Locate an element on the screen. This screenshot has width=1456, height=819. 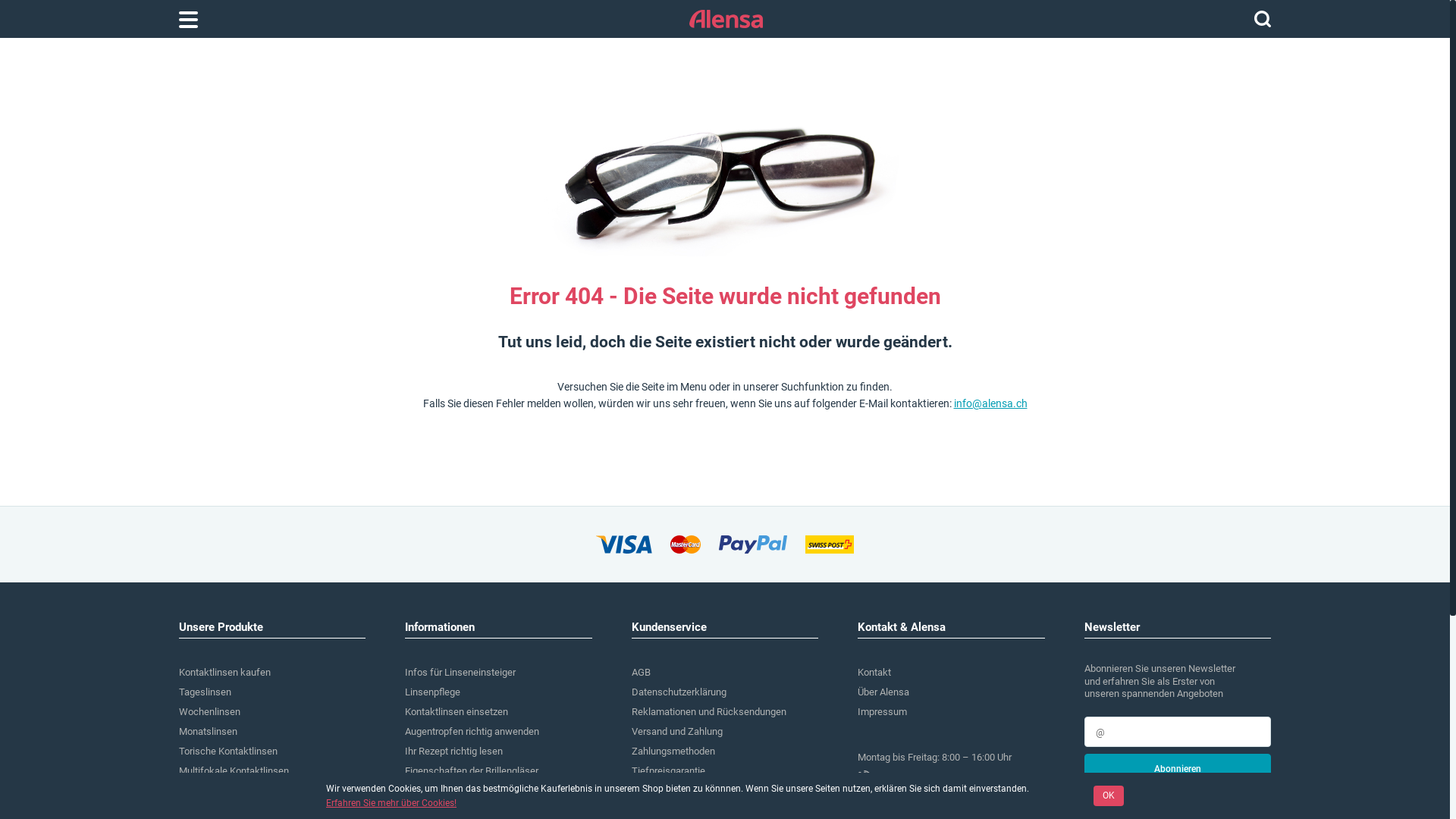
'Impressum' is located at coordinates (882, 711).